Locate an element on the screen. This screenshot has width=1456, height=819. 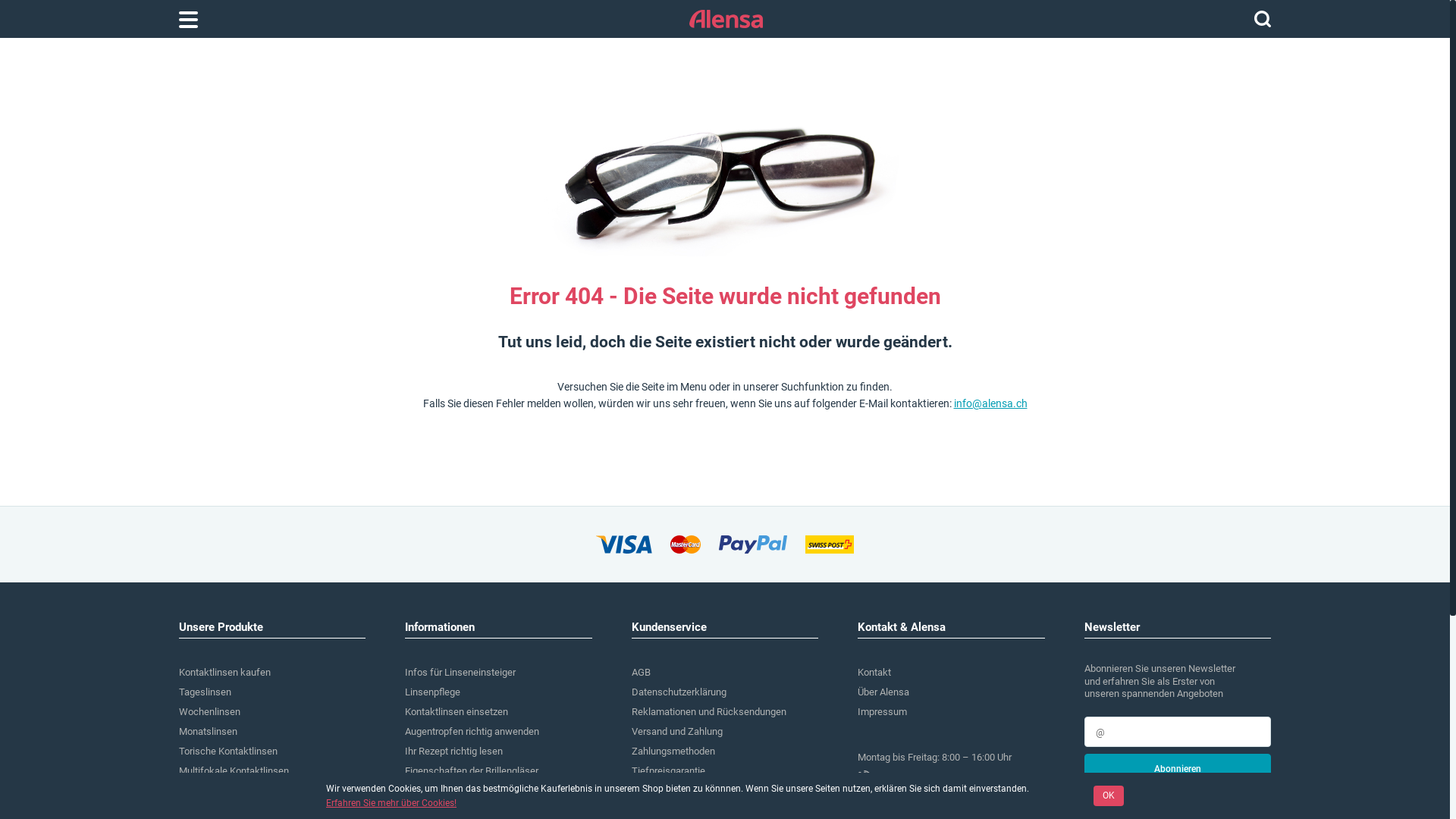
'Impressum' is located at coordinates (882, 711).